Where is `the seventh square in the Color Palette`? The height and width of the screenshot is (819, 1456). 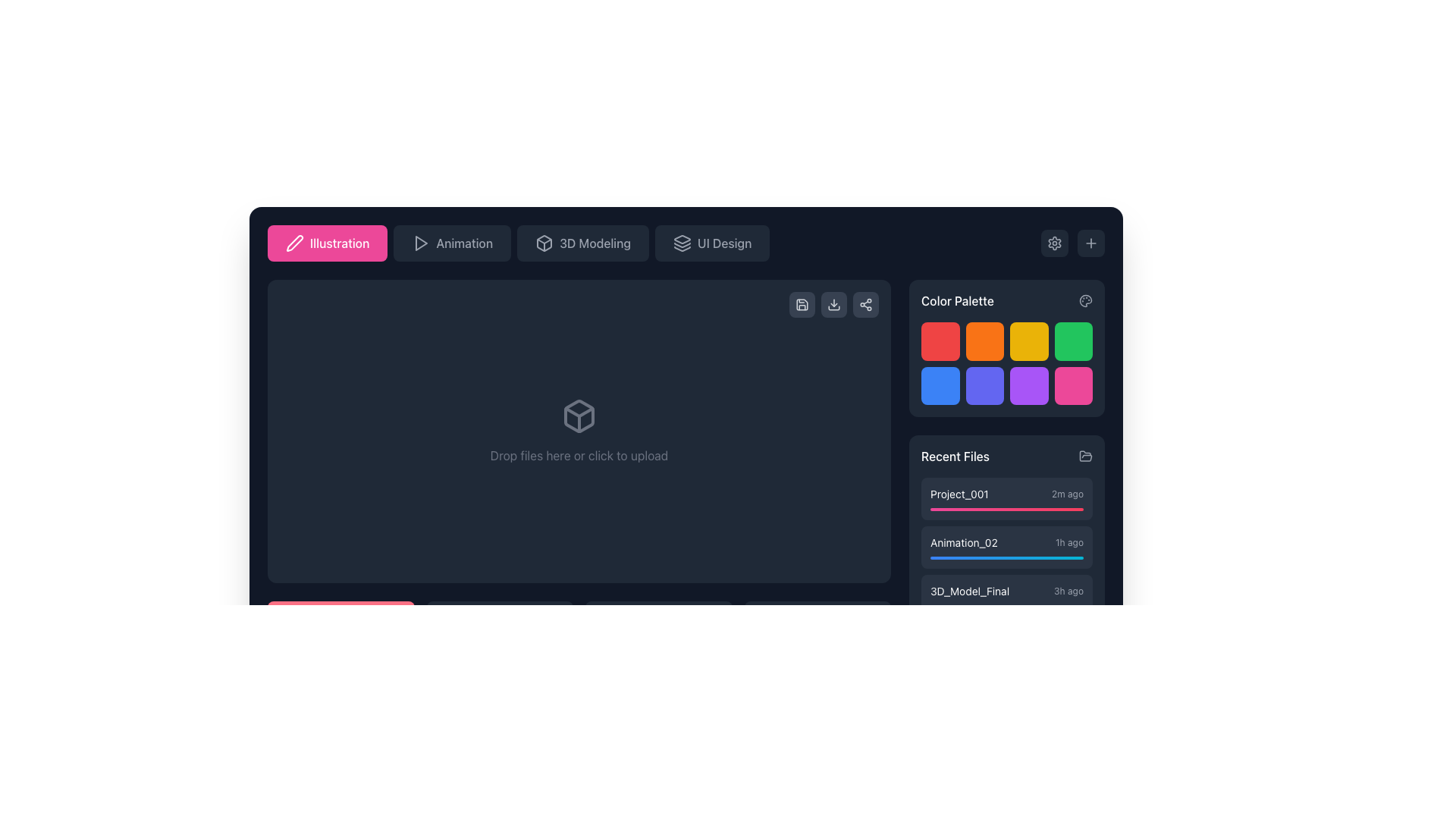 the seventh square in the Color Palette is located at coordinates (1029, 384).